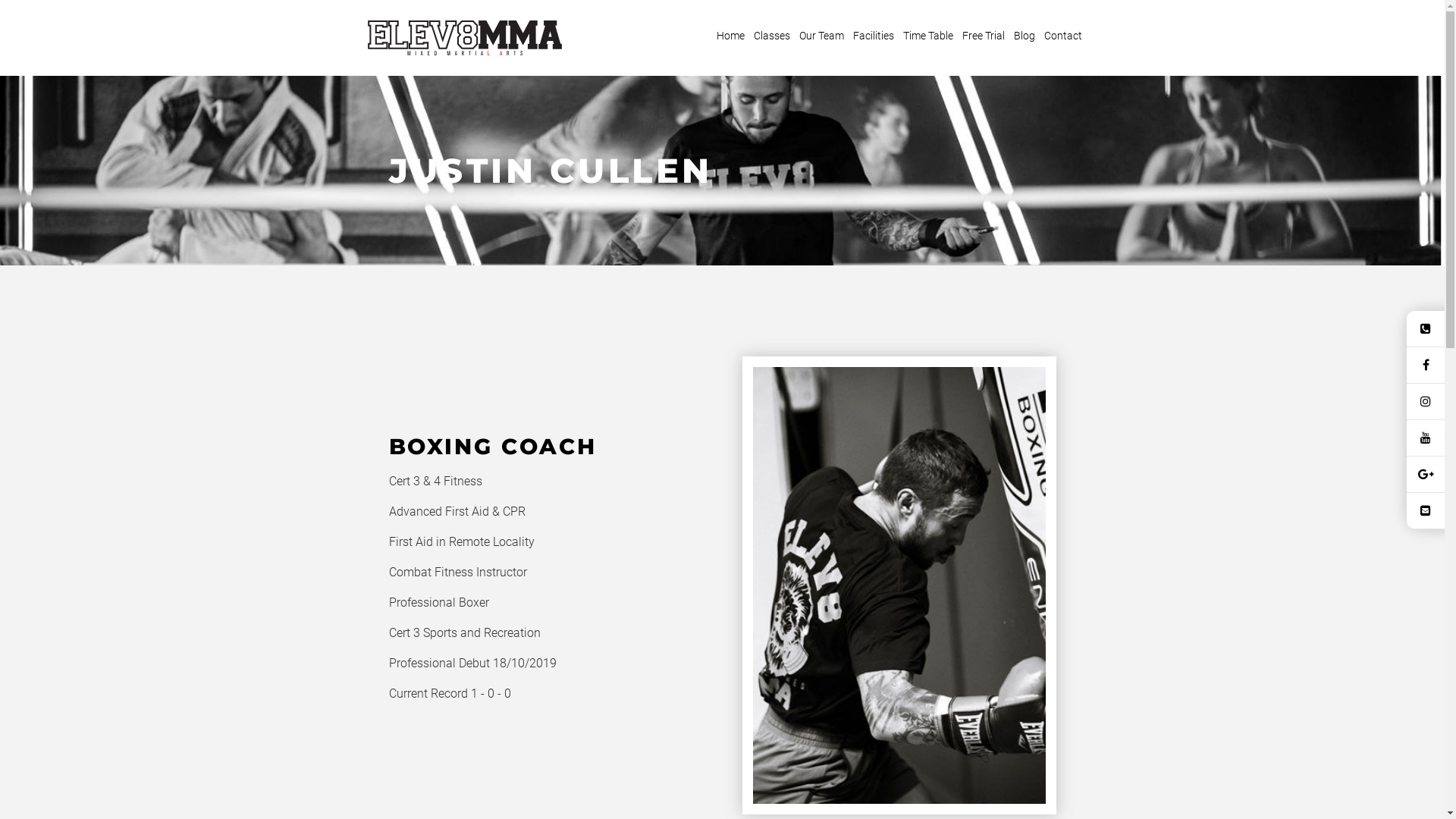 This screenshot has height=819, width=1456. What do you see at coordinates (927, 35) in the screenshot?
I see `'Time Table'` at bounding box center [927, 35].